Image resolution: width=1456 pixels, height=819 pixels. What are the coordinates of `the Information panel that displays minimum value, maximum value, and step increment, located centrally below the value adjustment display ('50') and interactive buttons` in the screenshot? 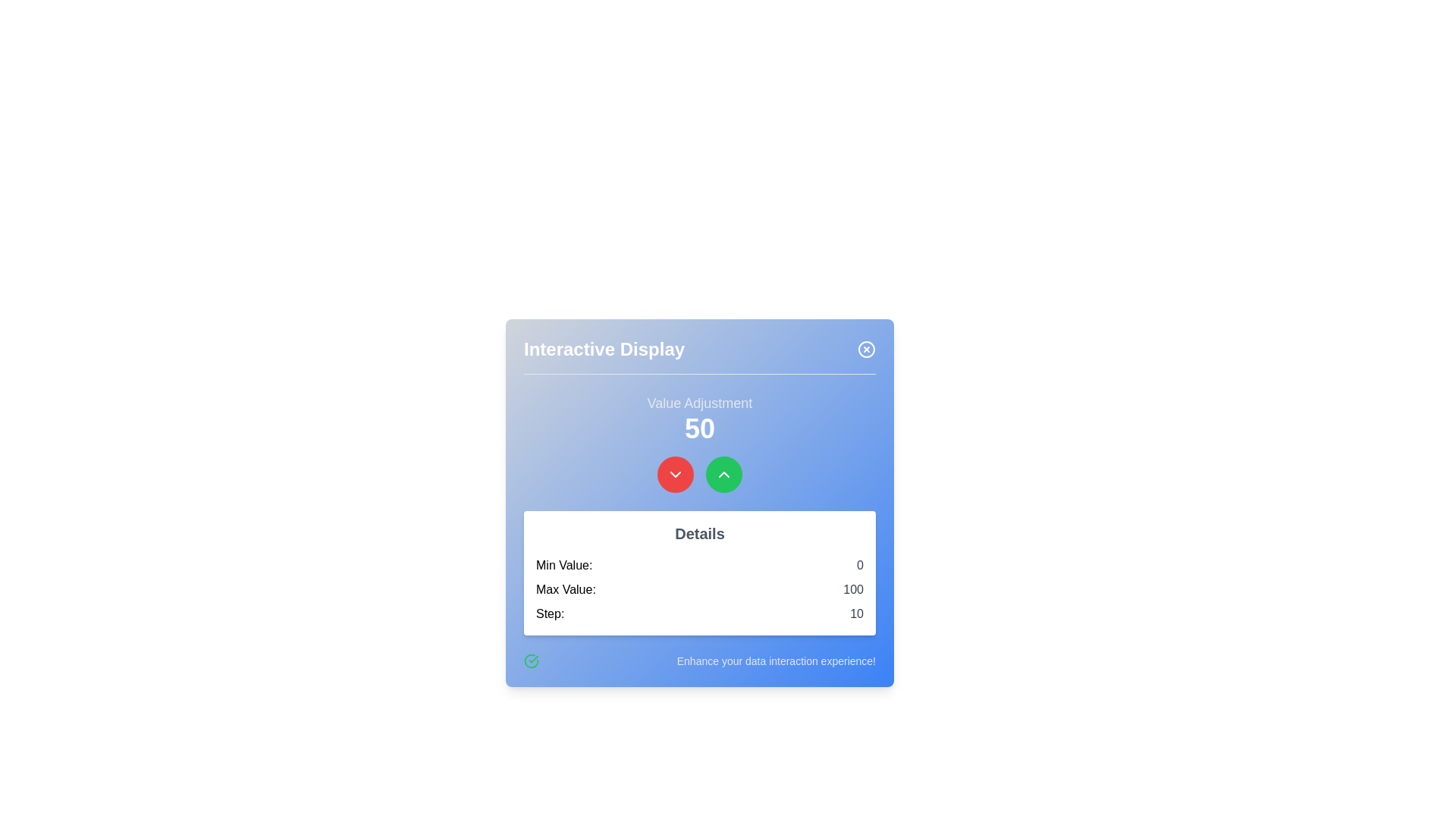 It's located at (698, 573).